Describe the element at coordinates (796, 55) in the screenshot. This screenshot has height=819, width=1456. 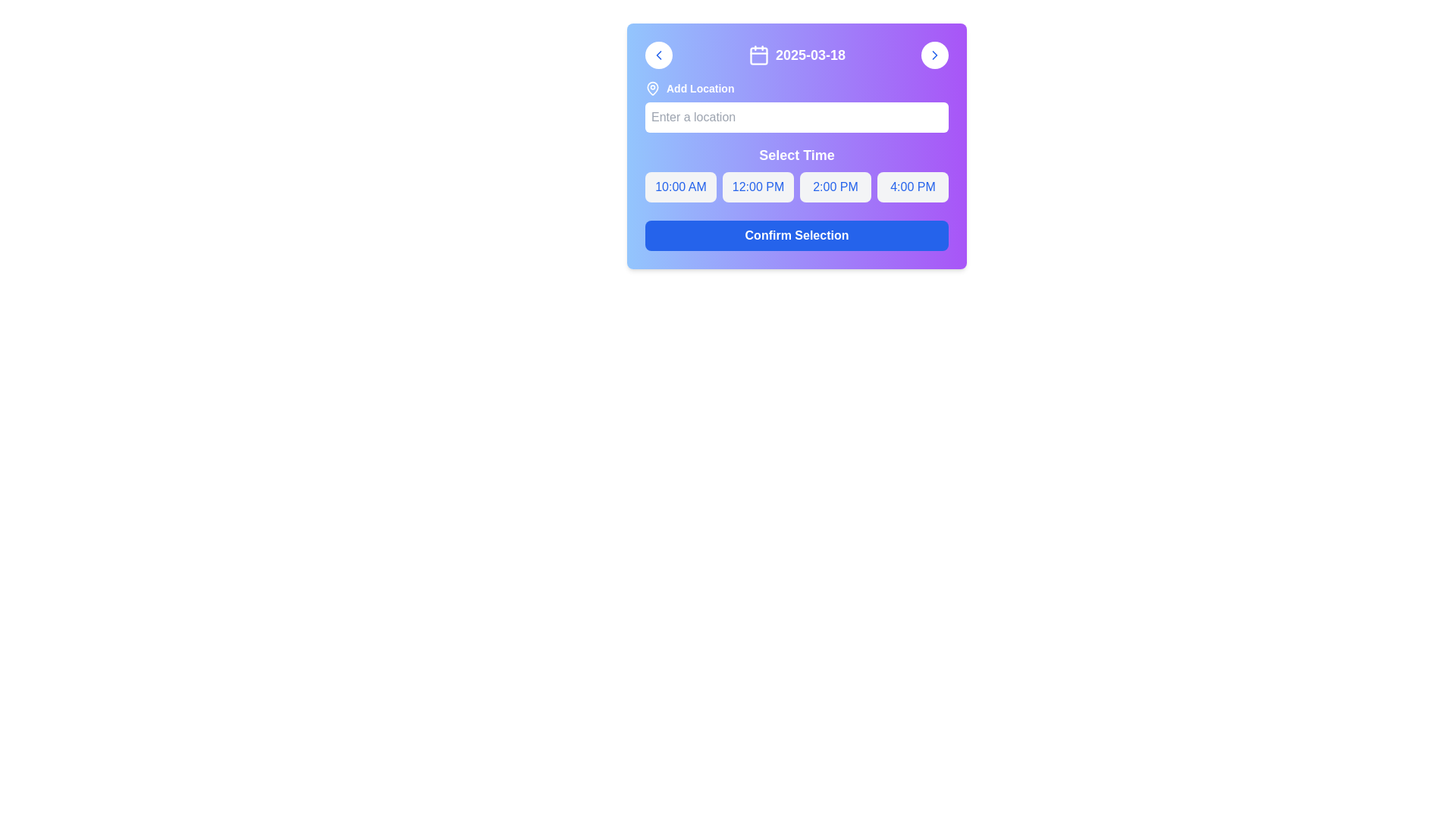
I see `date displayed as '2025-03-18' on the Date display element with an icon, which is positioned centrally at the top section of a card interface` at that location.